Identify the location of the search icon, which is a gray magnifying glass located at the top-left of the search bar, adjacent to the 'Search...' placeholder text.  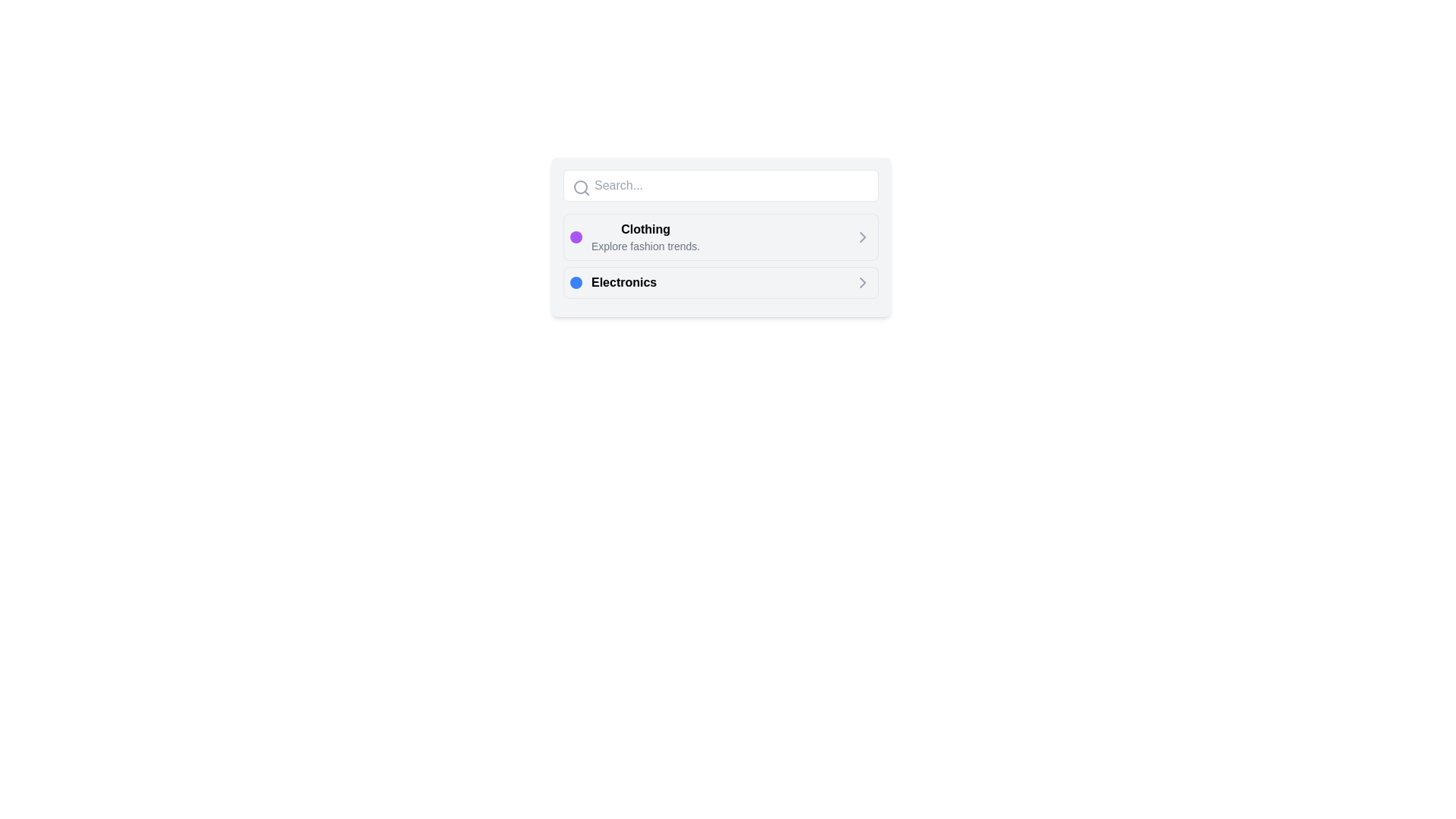
(581, 187).